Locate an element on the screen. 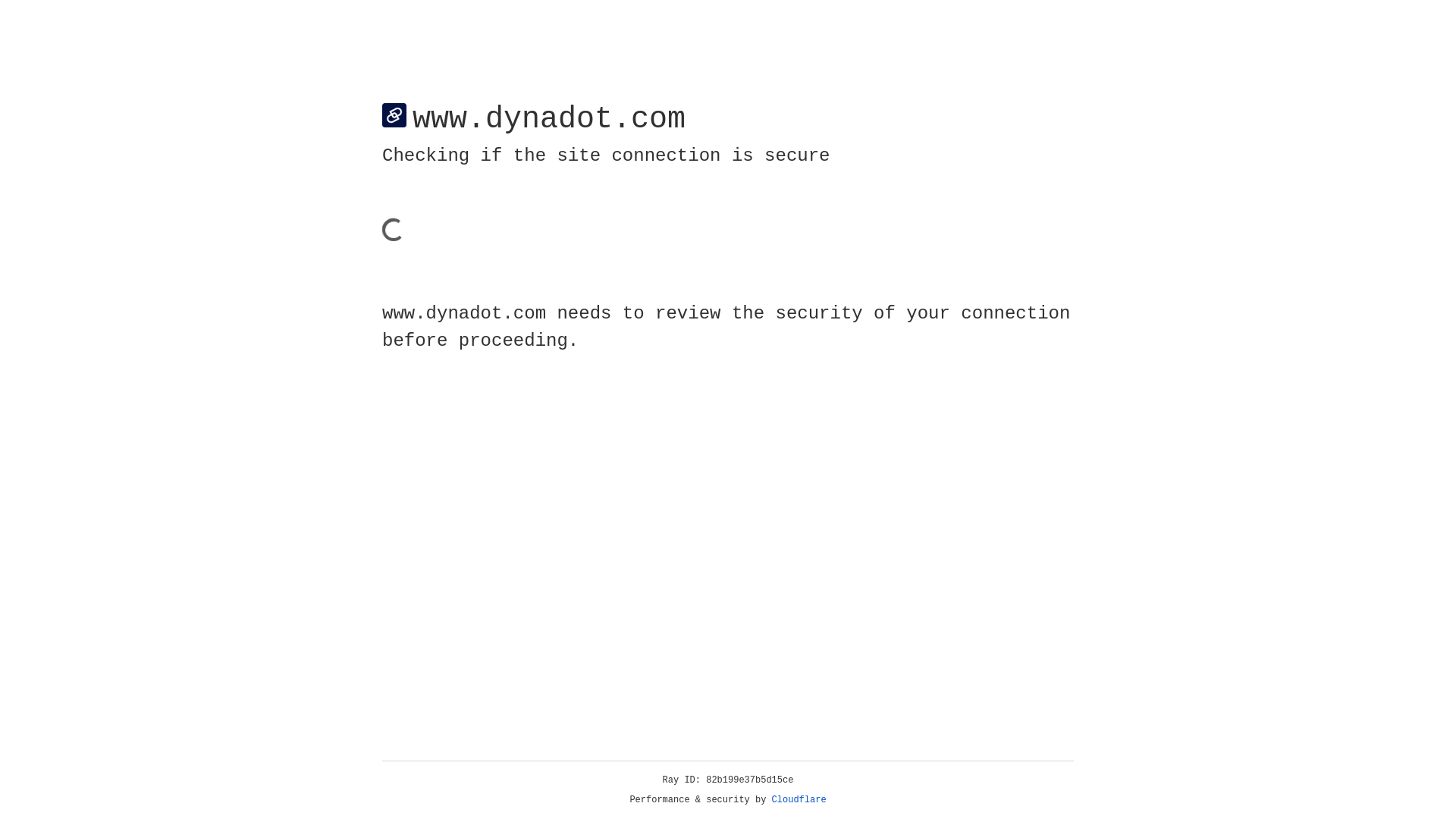  'Cloudflare' is located at coordinates (799, 799).